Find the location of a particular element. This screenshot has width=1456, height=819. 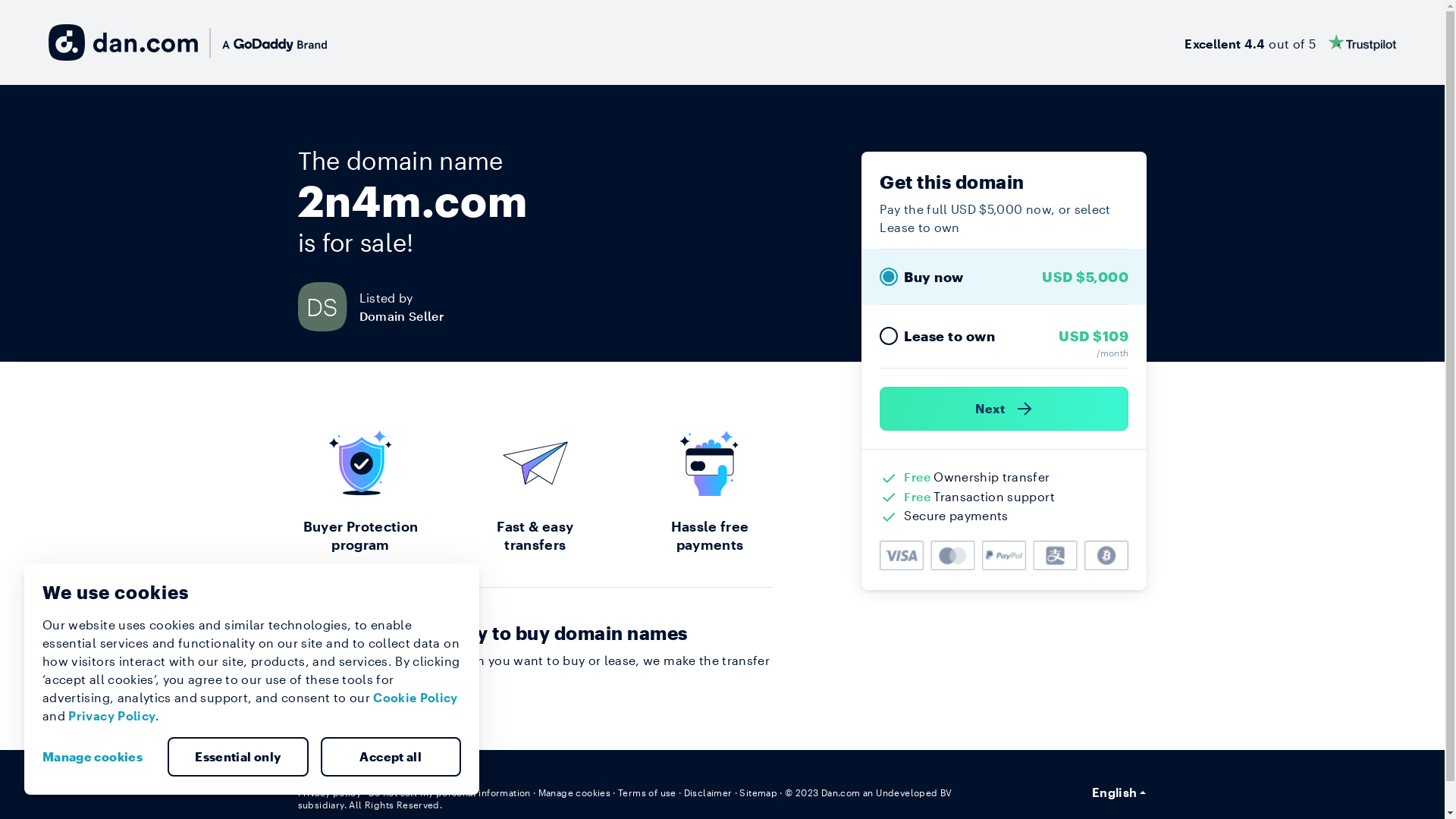

'Essential only' is located at coordinates (237, 757).